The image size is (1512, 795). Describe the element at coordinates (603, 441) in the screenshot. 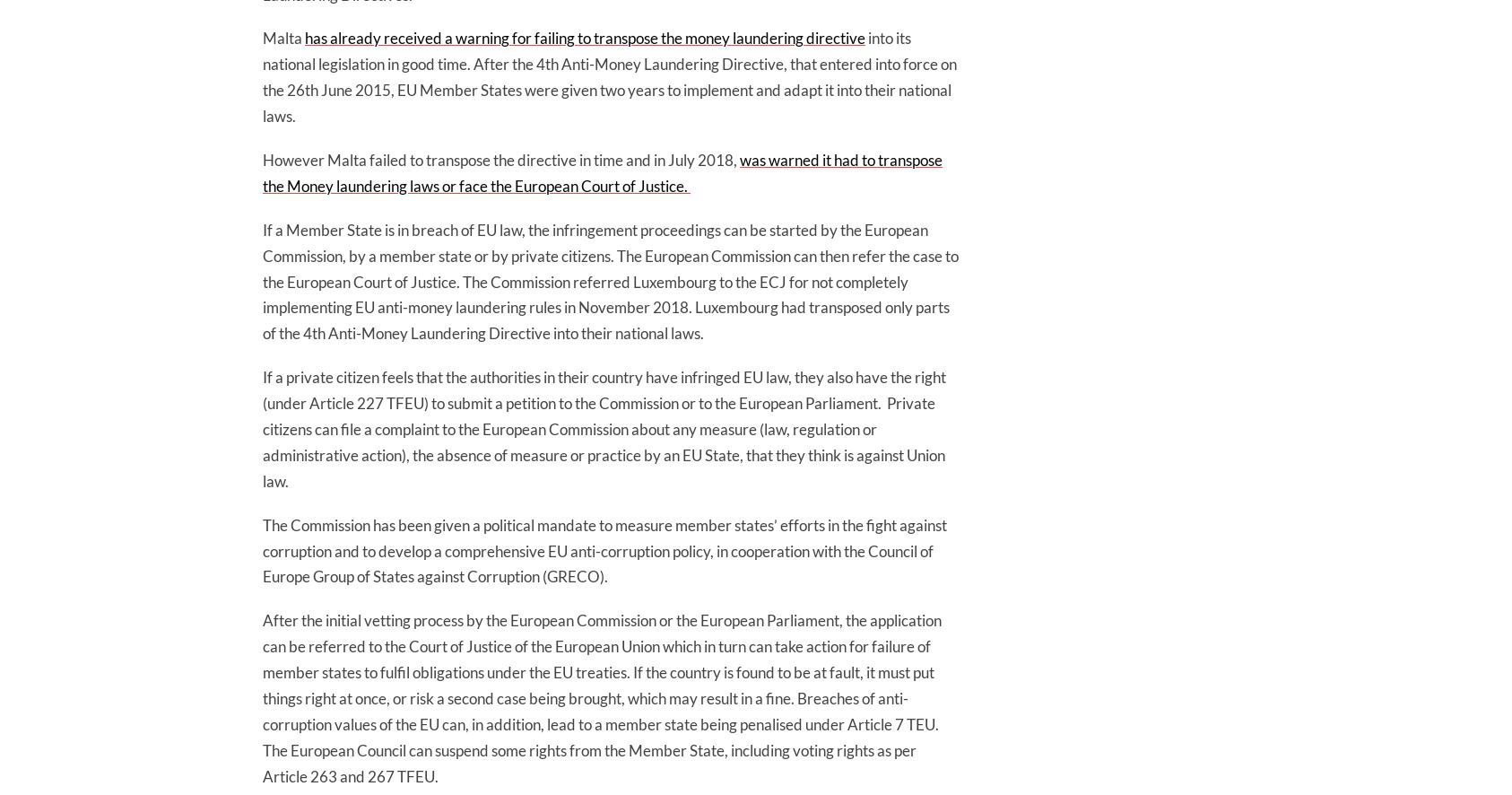

I see `'Private citizens can file a complaint to the European Commission about any measure (law, regulation or administrative action), the absence of measure or practice by an EU State, that they think is against Union law.'` at that location.